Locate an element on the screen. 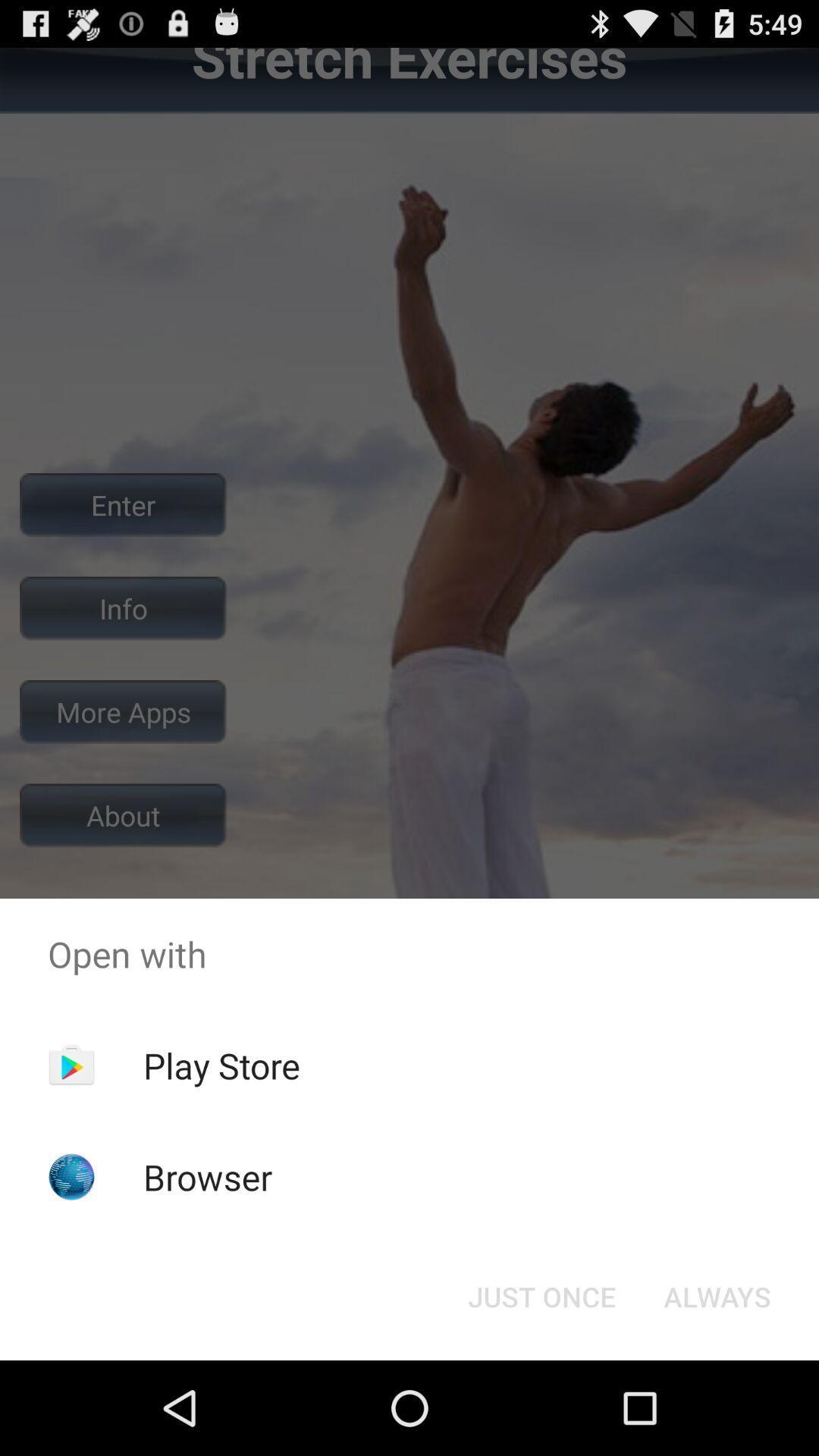  item above browser is located at coordinates (221, 1065).